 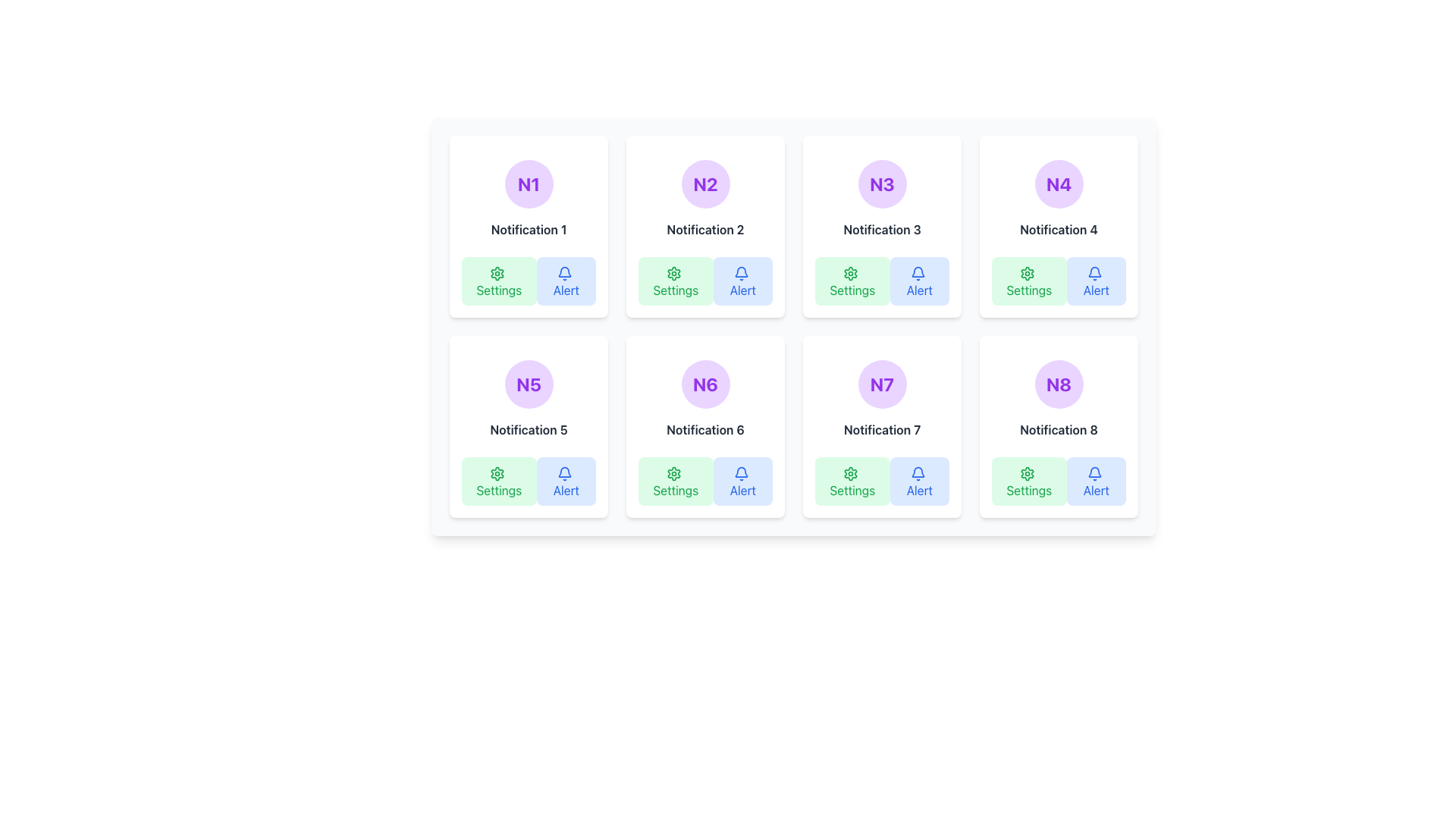 What do you see at coordinates (882, 184) in the screenshot?
I see `the Circular badge that serves as a title or identifier for the card representing 'Notification 3', positioned at the center-top of the card` at bounding box center [882, 184].